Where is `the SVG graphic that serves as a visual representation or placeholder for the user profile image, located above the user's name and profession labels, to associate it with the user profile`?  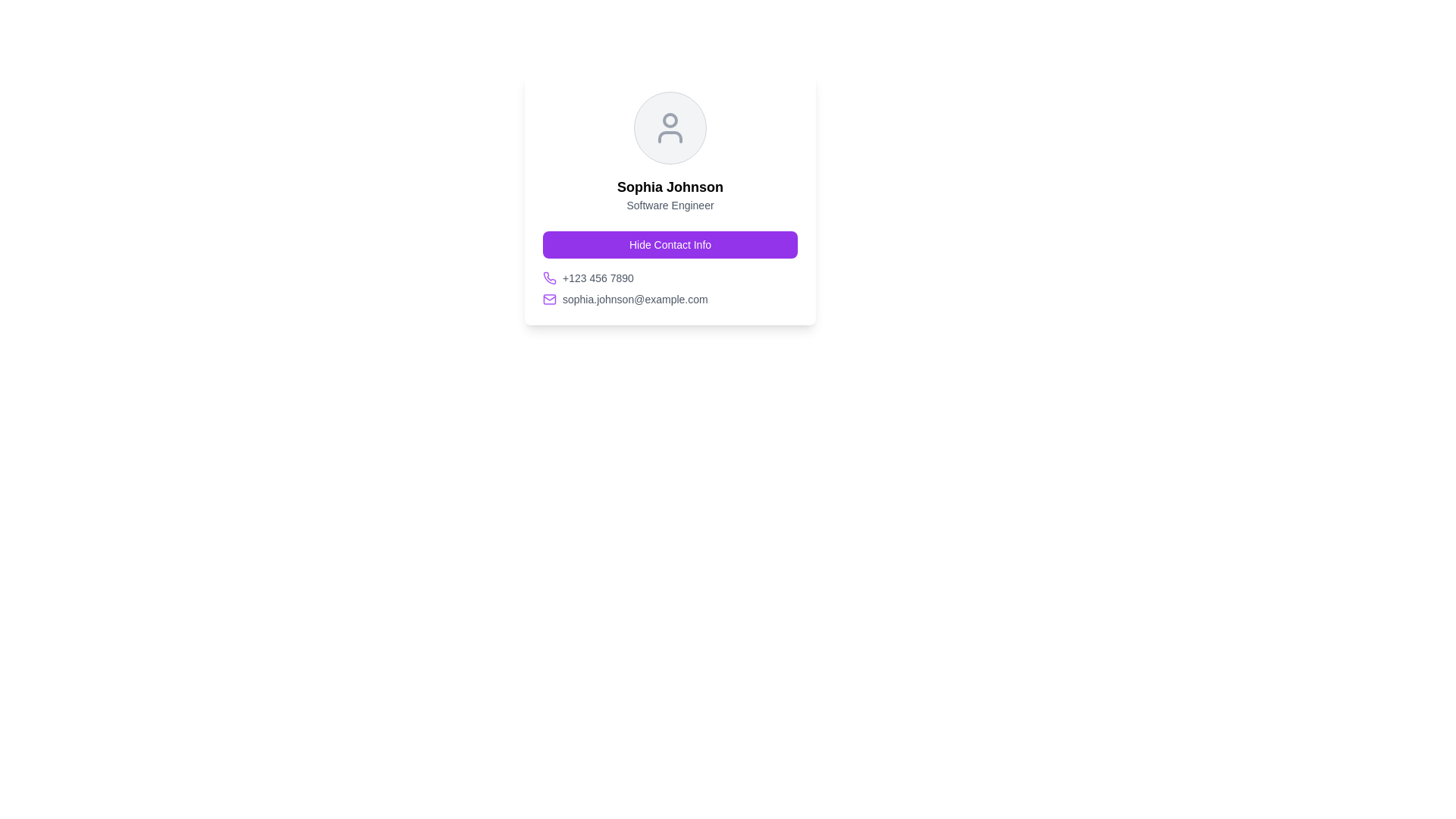
the SVG graphic that serves as a visual representation or placeholder for the user profile image, located above the user's name and profession labels, to associate it with the user profile is located at coordinates (669, 127).